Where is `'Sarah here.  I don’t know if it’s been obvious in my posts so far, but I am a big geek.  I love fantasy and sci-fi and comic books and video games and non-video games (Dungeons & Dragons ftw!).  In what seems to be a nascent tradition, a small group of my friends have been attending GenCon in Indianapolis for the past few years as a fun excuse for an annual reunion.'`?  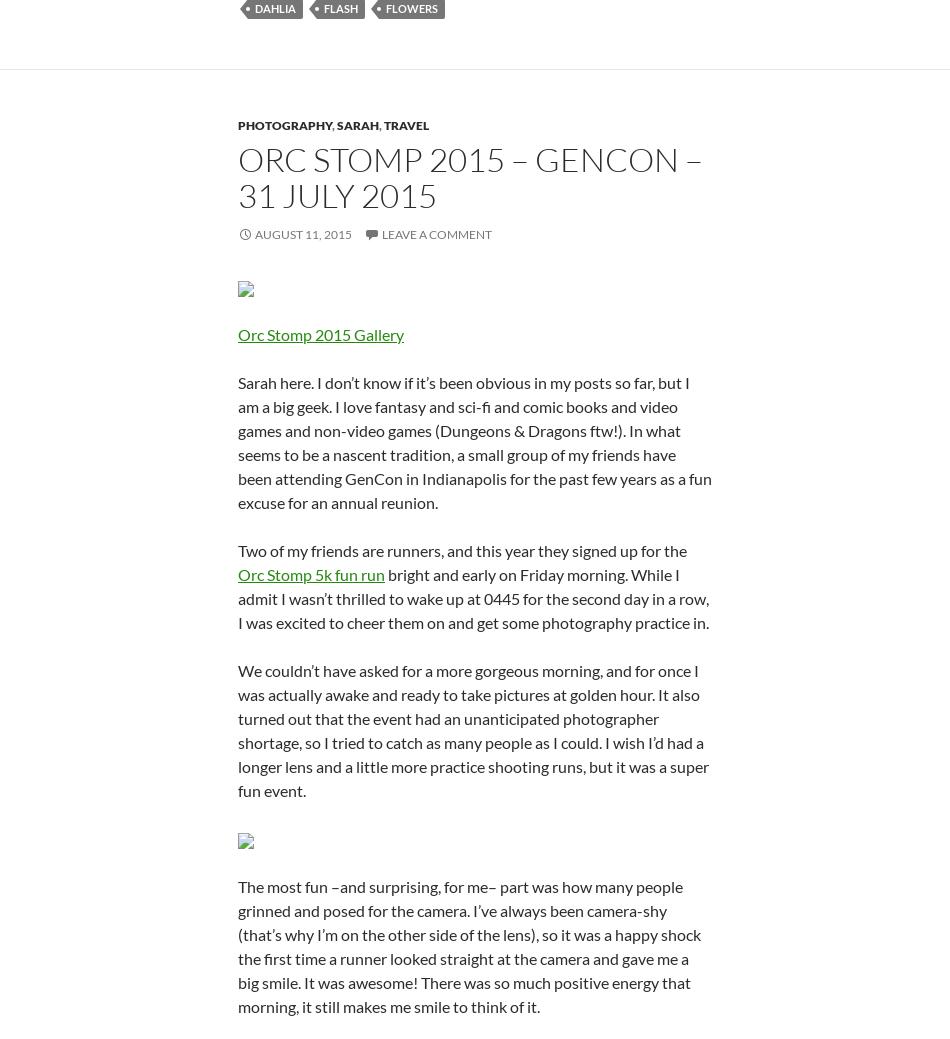
'Sarah here.  I don’t know if it’s been obvious in my posts so far, but I am a big geek.  I love fantasy and sci-fi and comic books and video games and non-video games (Dungeons & Dragons ftw!).  In what seems to be a nascent tradition, a small group of my friends have been attending GenCon in Indianapolis for the past few years as a fun excuse for an annual reunion.' is located at coordinates (475, 440).